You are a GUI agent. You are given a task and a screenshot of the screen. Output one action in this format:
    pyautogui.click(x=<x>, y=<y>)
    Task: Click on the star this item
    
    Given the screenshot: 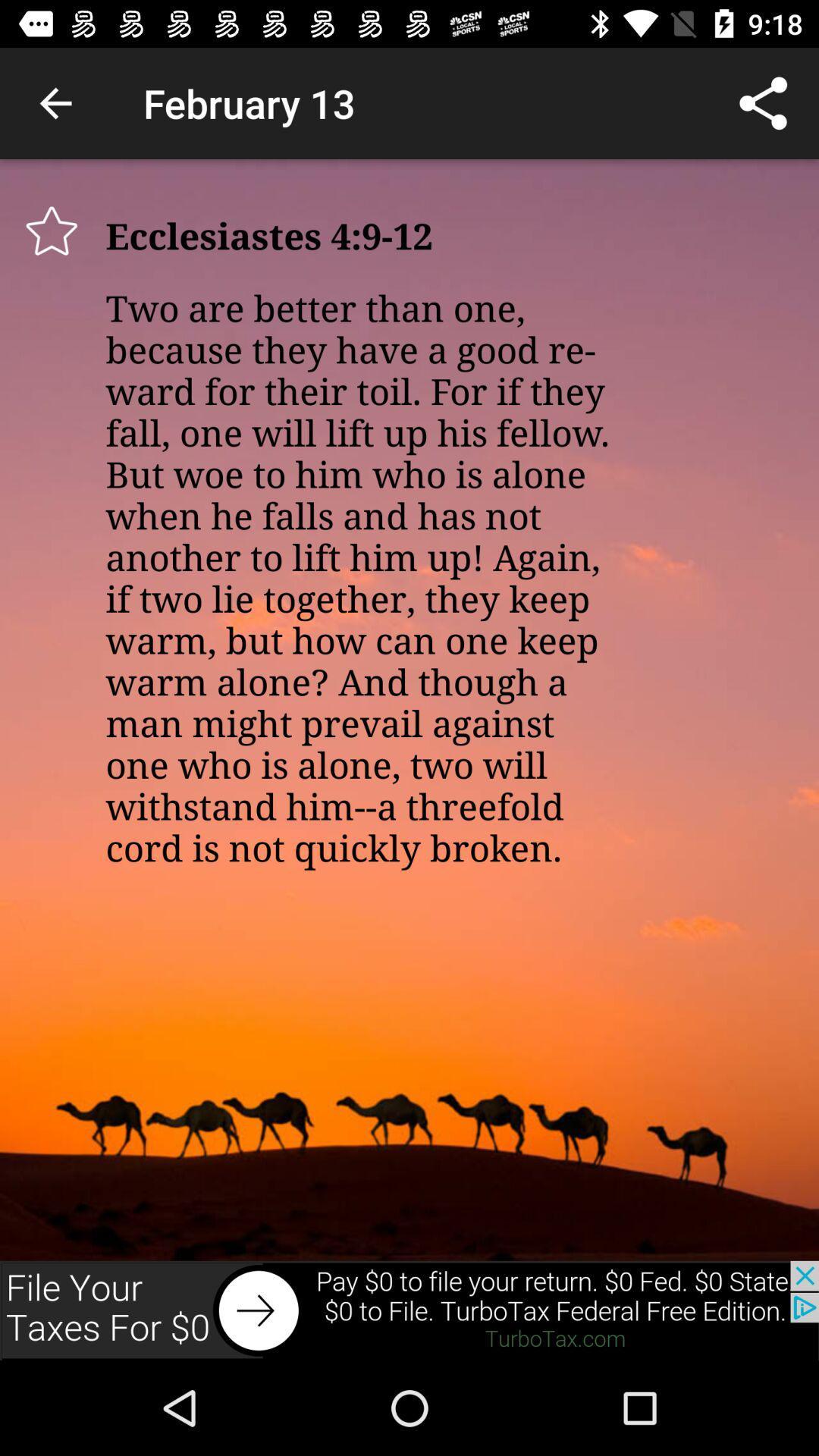 What is the action you would take?
    pyautogui.click(x=51, y=230)
    